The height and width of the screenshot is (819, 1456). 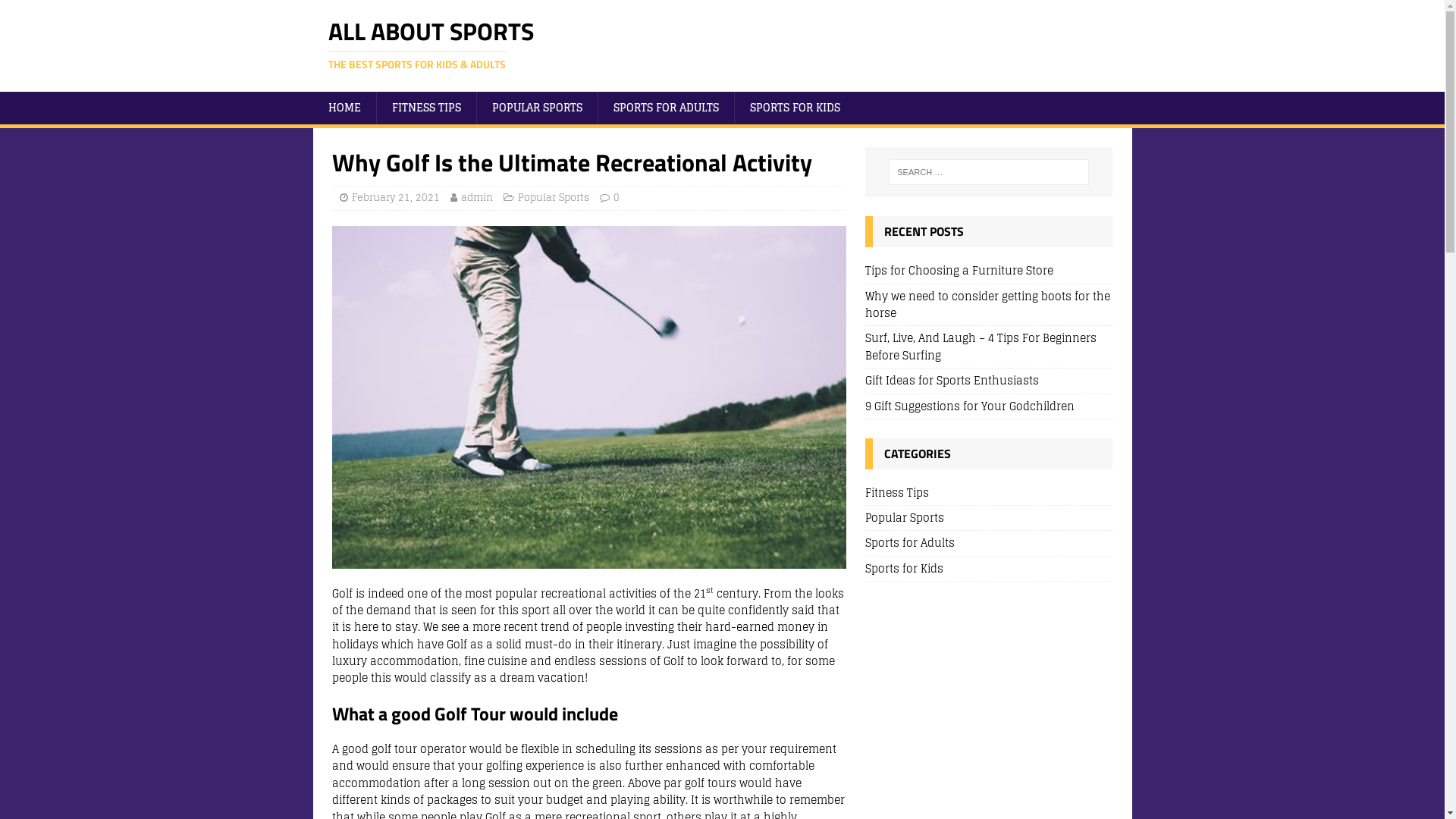 I want to click on 'Popular Sports', so click(x=989, y=516).